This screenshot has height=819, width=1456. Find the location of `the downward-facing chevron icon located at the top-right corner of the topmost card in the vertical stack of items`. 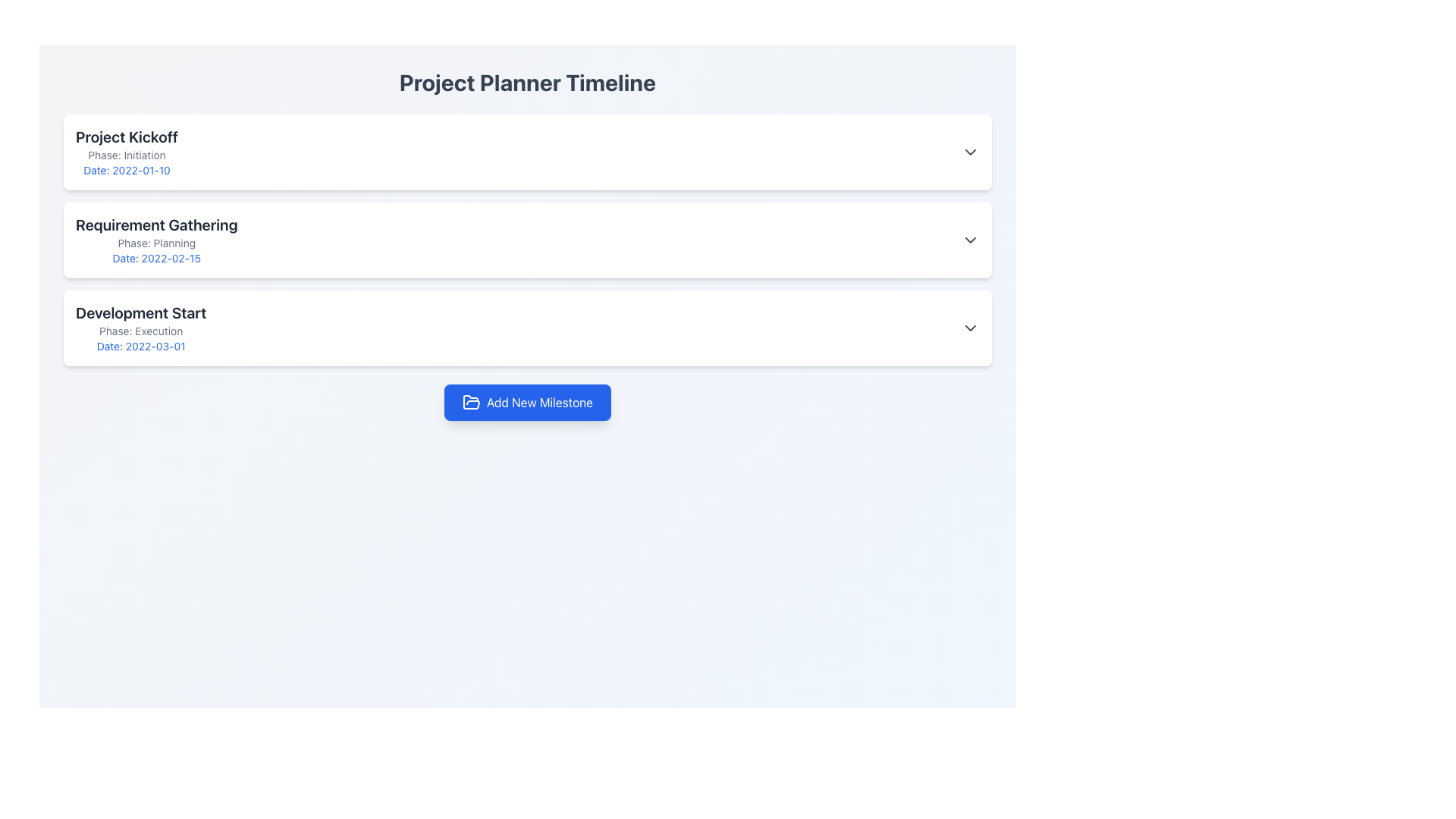

the downward-facing chevron icon located at the top-right corner of the topmost card in the vertical stack of items is located at coordinates (971, 152).